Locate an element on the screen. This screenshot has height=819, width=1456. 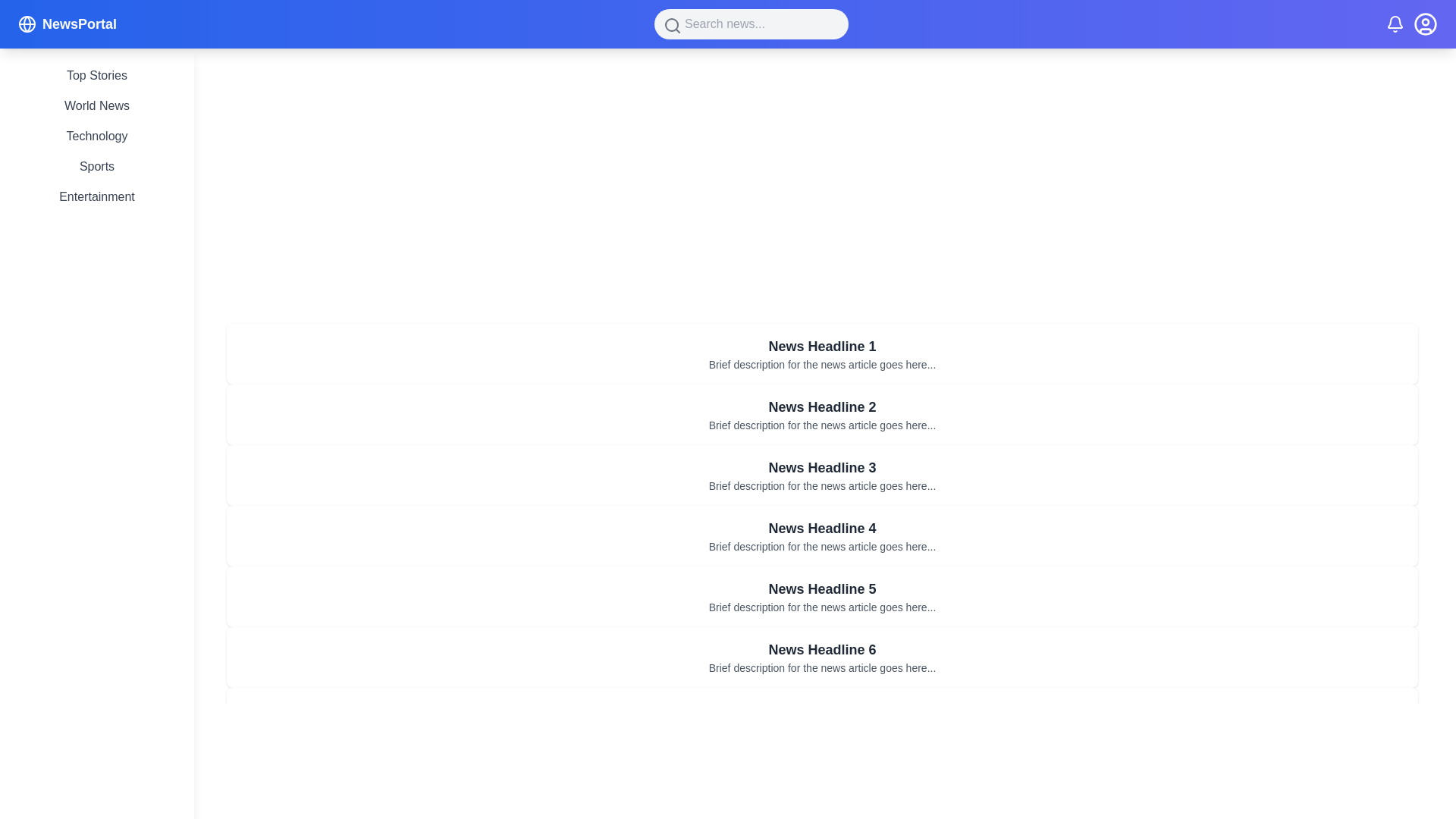
the text of the summary for the news article titled 'News Headline 4', which is located beneath its title in a list of news articles is located at coordinates (821, 547).